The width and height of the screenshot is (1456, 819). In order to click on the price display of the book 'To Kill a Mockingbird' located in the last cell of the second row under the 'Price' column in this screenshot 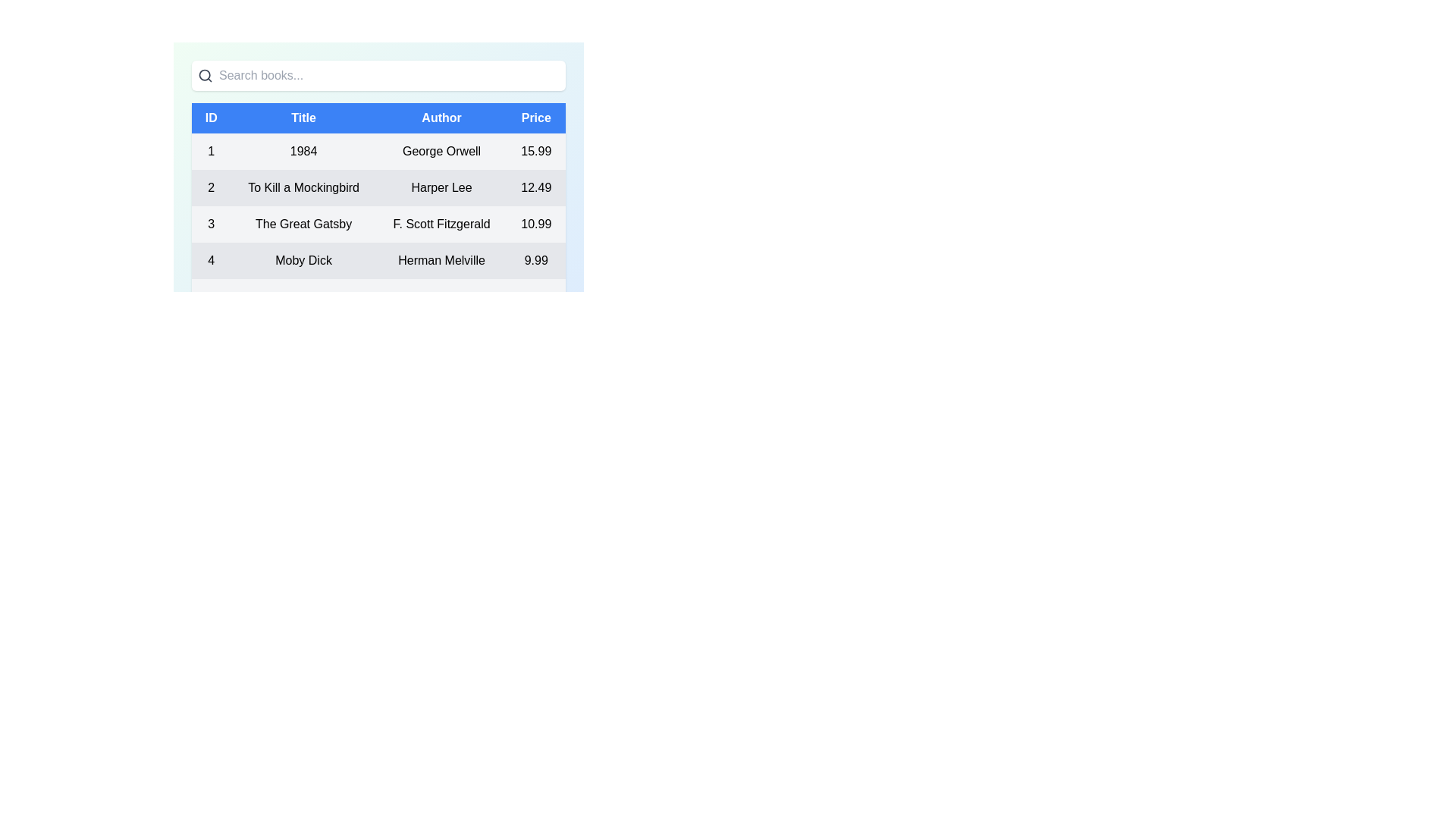, I will do `click(536, 187)`.